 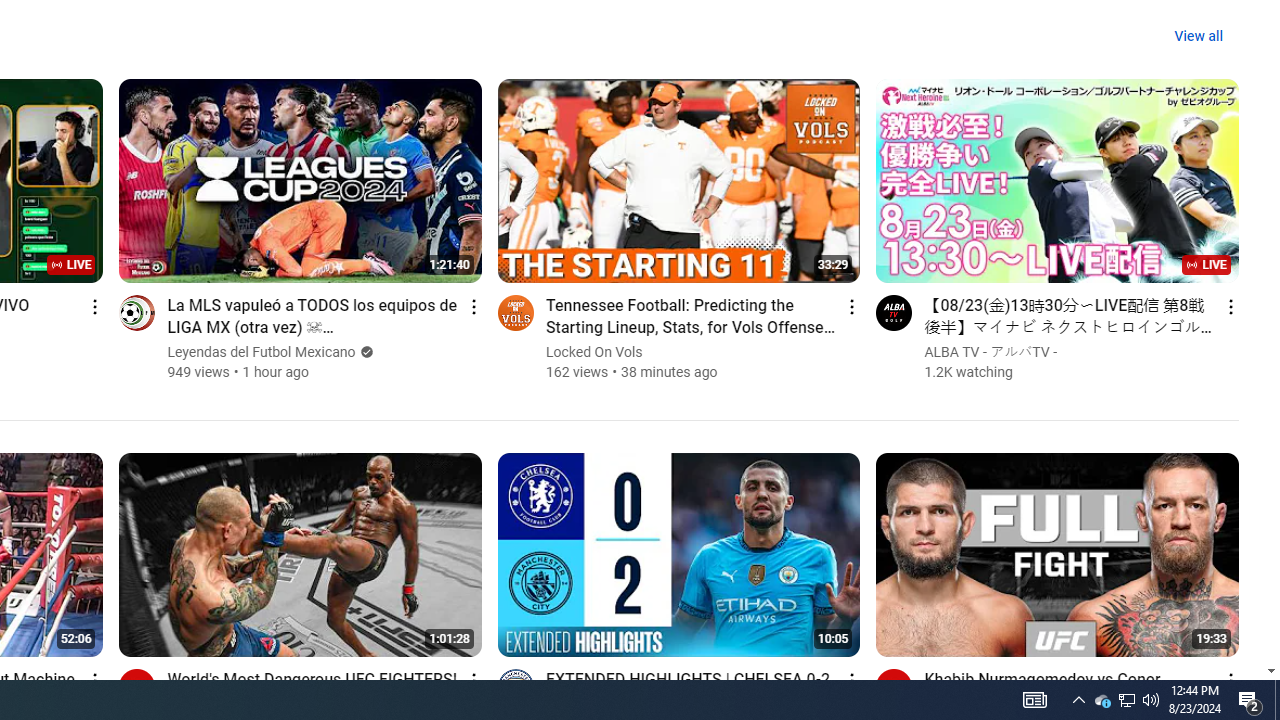 I want to click on 'Verified', so click(x=364, y=351).